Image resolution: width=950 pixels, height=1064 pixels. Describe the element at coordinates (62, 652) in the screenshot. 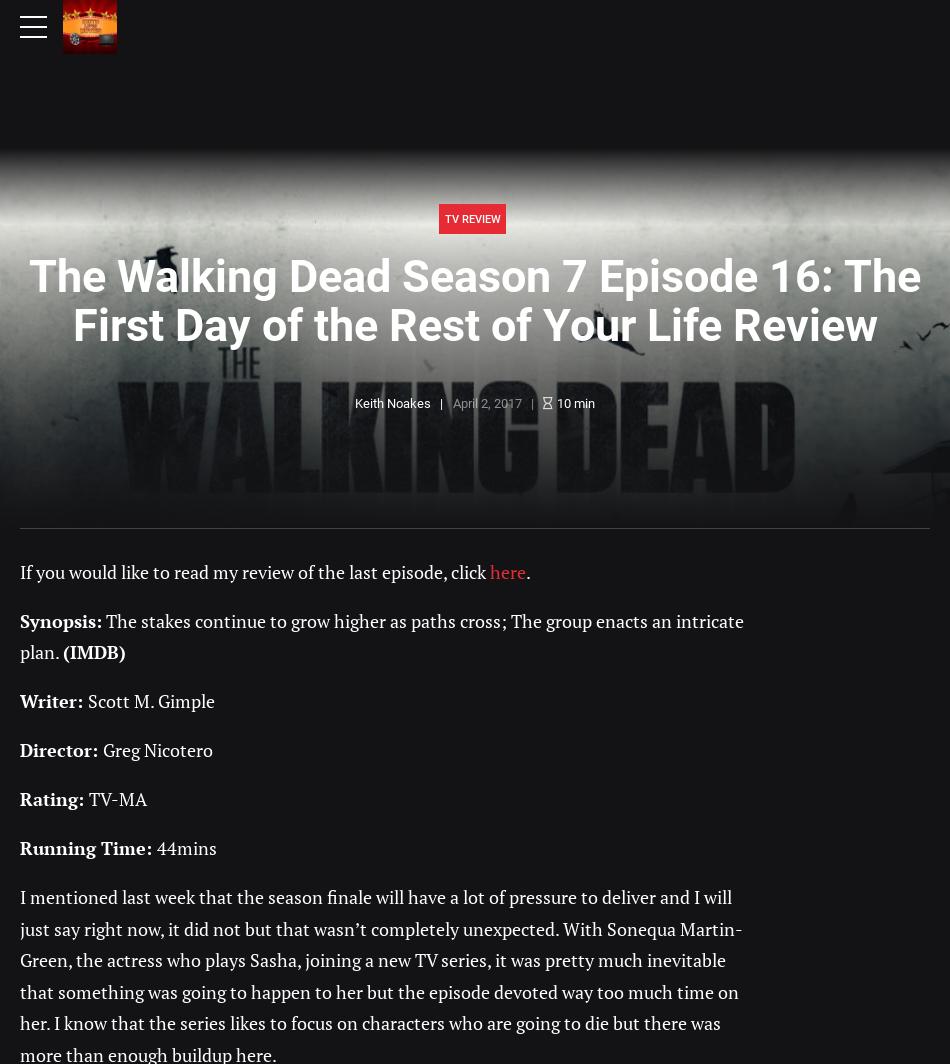

I see `'(IMDB)'` at that location.